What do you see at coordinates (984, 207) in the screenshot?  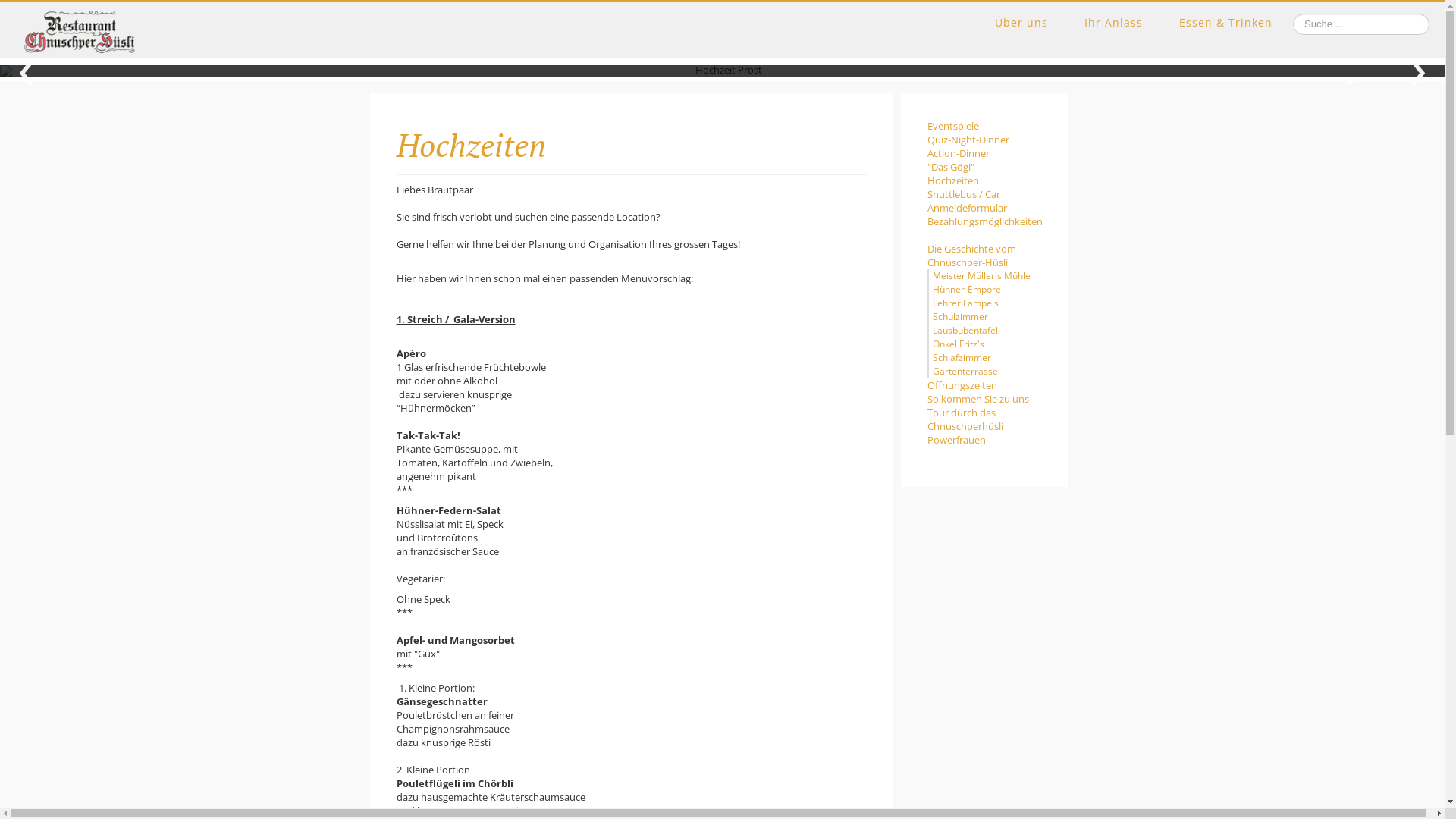 I see `'Anmeldeformular'` at bounding box center [984, 207].